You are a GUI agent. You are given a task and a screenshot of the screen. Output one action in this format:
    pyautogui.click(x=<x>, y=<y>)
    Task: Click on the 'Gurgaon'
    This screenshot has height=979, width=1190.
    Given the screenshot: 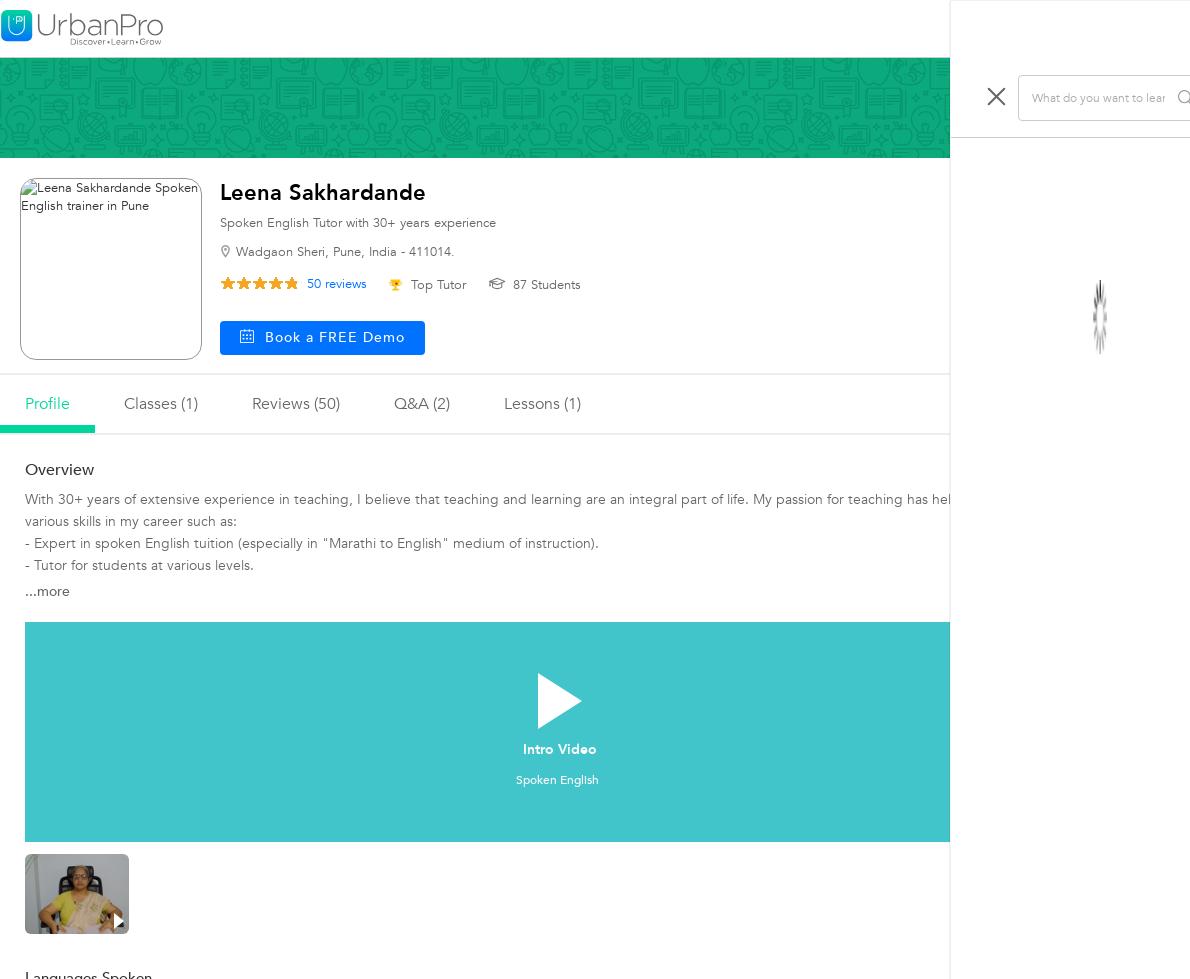 What is the action you would take?
    pyautogui.click(x=1004, y=600)
    